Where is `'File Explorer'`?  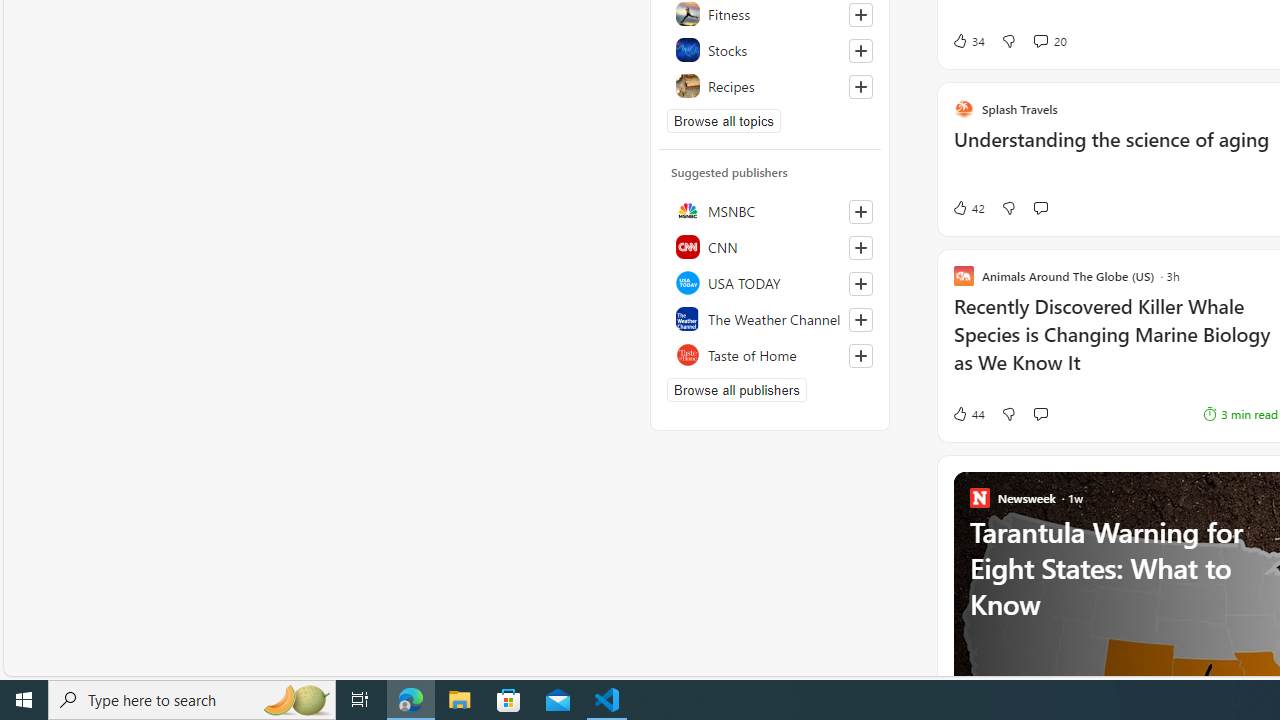
'File Explorer' is located at coordinates (459, 698).